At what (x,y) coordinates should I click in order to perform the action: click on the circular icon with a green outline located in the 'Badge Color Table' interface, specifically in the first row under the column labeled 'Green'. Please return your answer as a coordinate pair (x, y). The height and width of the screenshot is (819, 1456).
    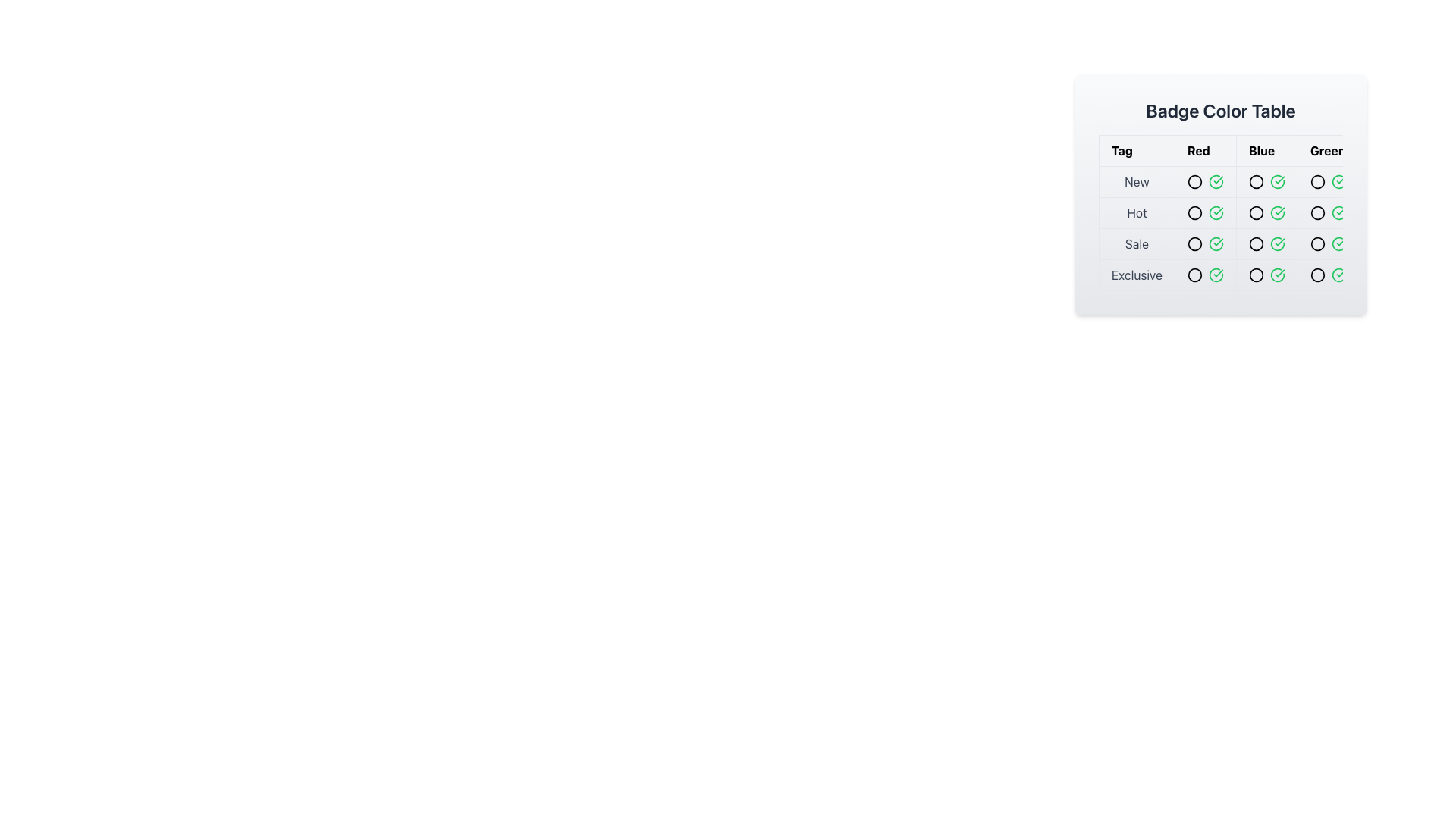
    Looking at the image, I should click on (1316, 180).